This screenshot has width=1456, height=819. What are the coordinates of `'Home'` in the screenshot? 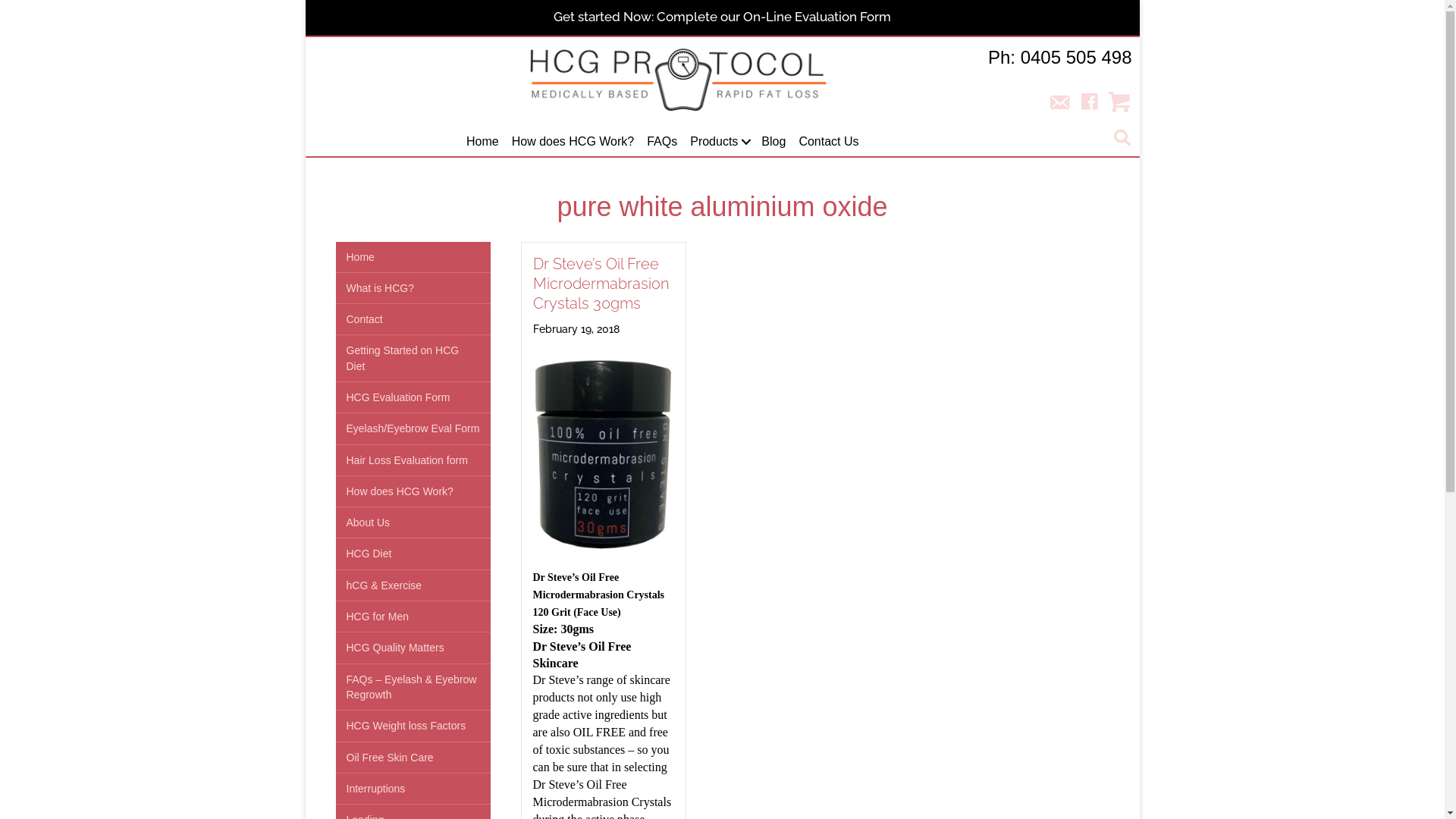 It's located at (482, 141).